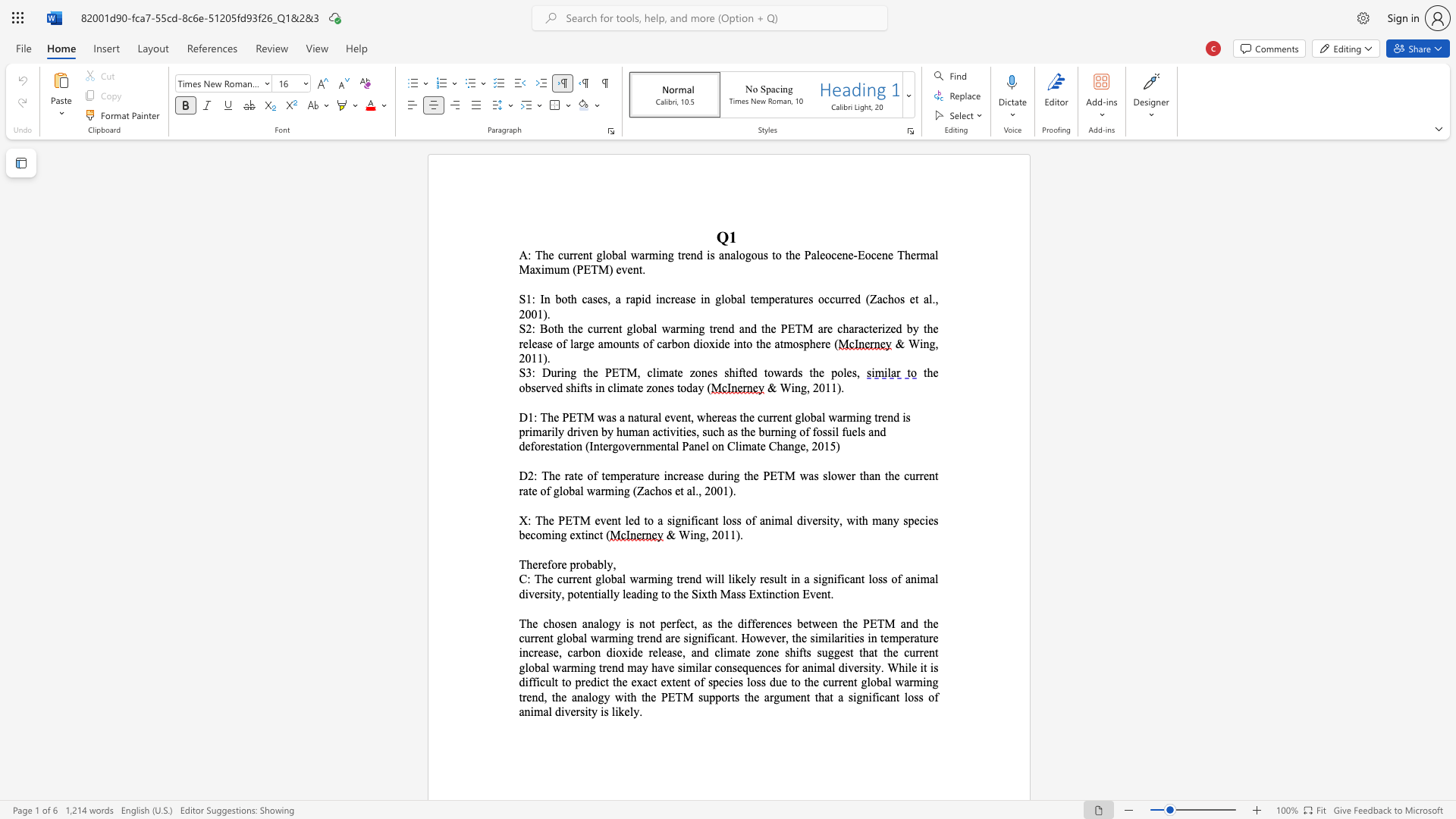 This screenshot has height=819, width=1456. Describe the element at coordinates (544, 344) in the screenshot. I see `the 1th character "s" in the text` at that location.